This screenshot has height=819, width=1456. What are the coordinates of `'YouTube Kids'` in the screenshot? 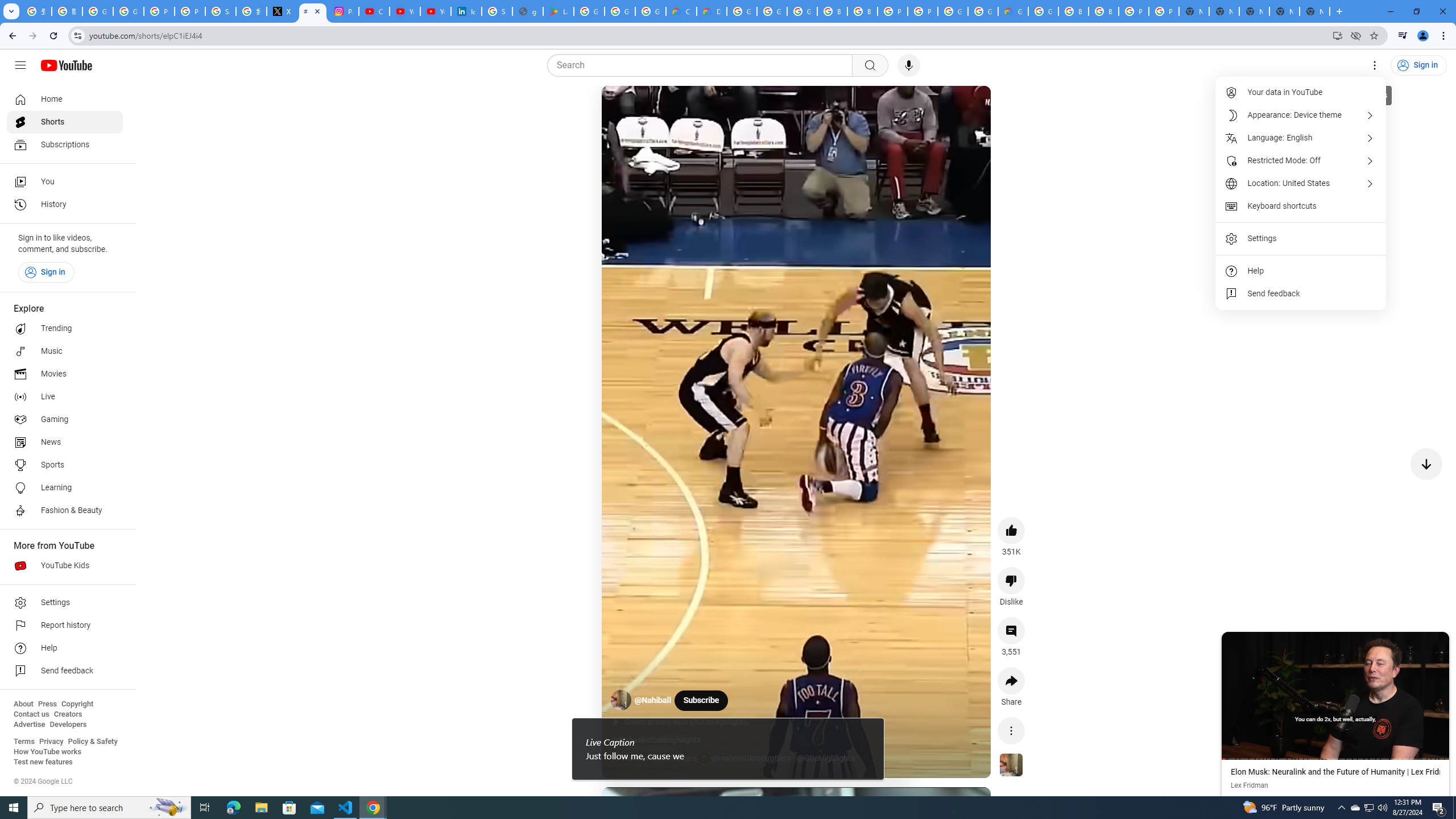 It's located at (64, 566).